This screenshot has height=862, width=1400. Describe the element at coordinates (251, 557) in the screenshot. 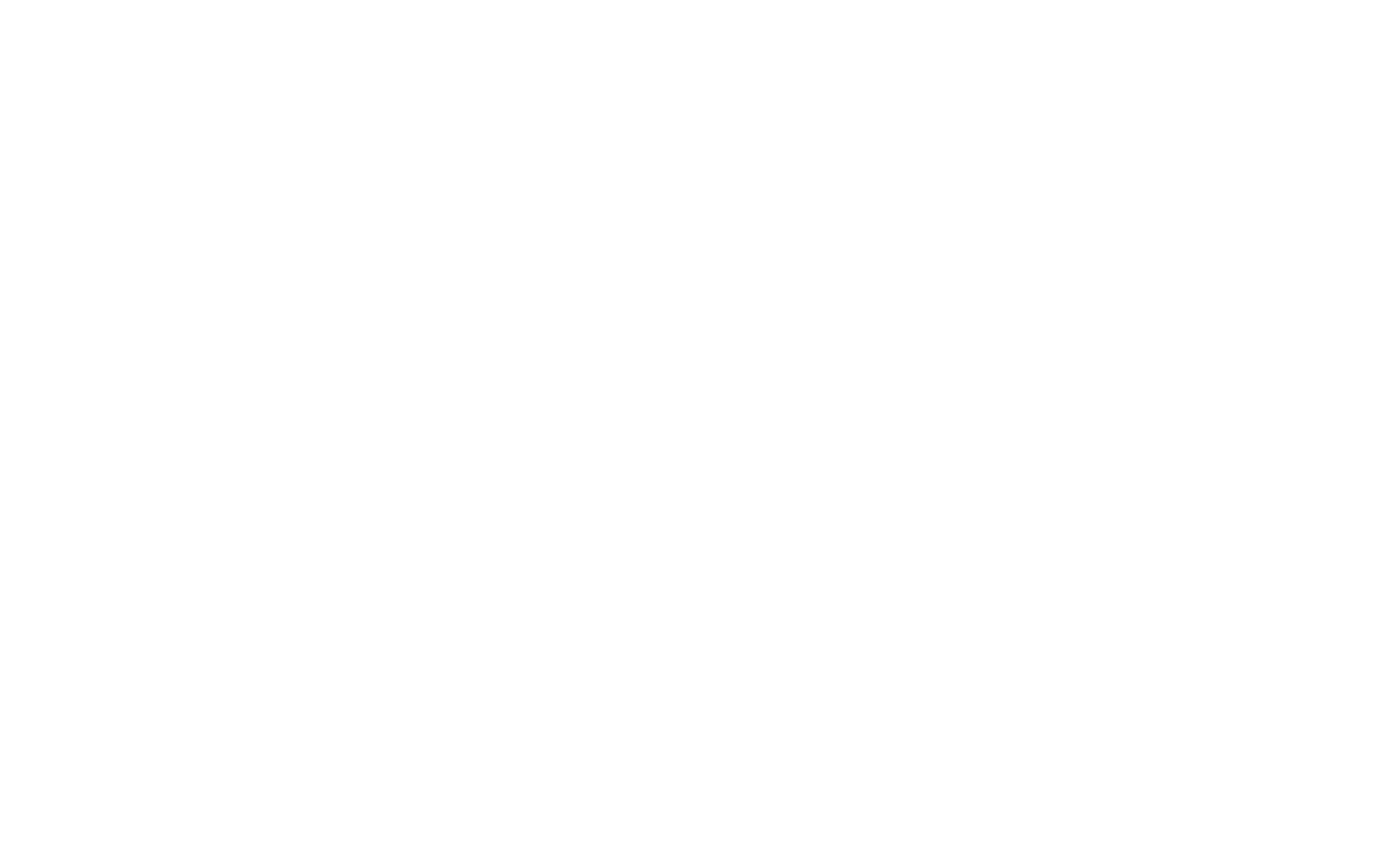

I see `'Subscribe'` at that location.